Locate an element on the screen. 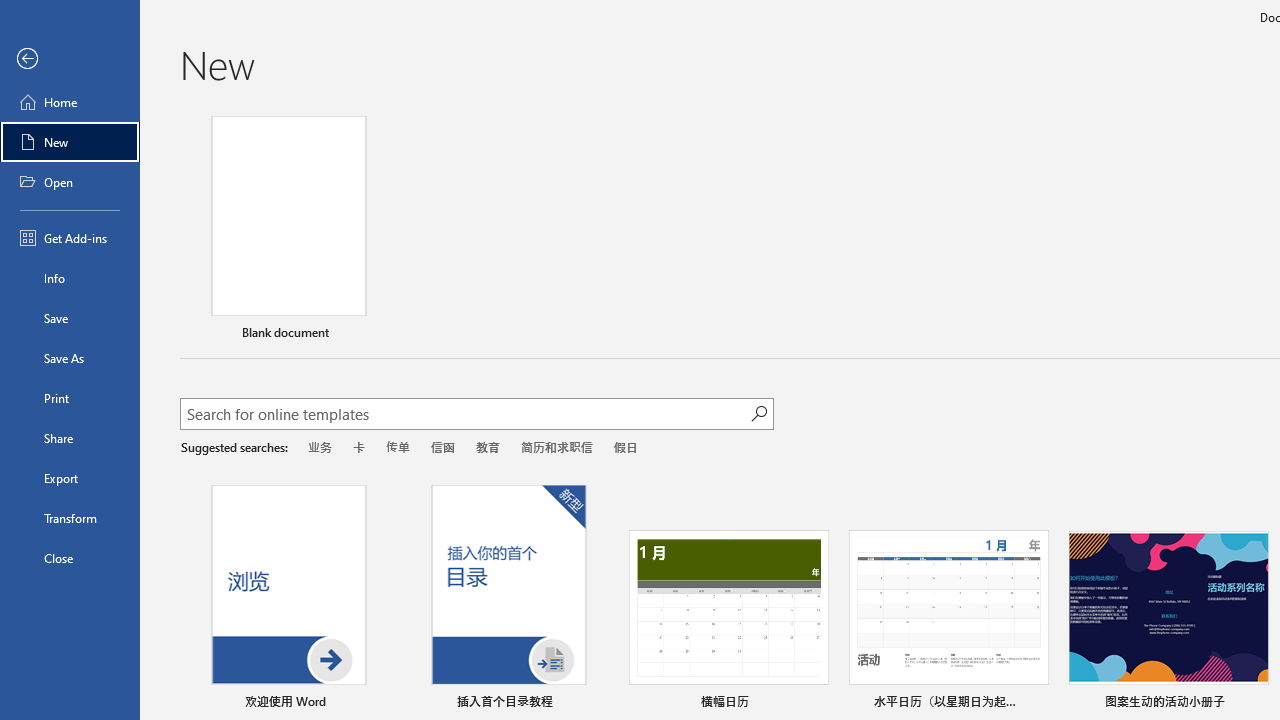 The width and height of the screenshot is (1280, 720). 'Transform' is located at coordinates (69, 517).